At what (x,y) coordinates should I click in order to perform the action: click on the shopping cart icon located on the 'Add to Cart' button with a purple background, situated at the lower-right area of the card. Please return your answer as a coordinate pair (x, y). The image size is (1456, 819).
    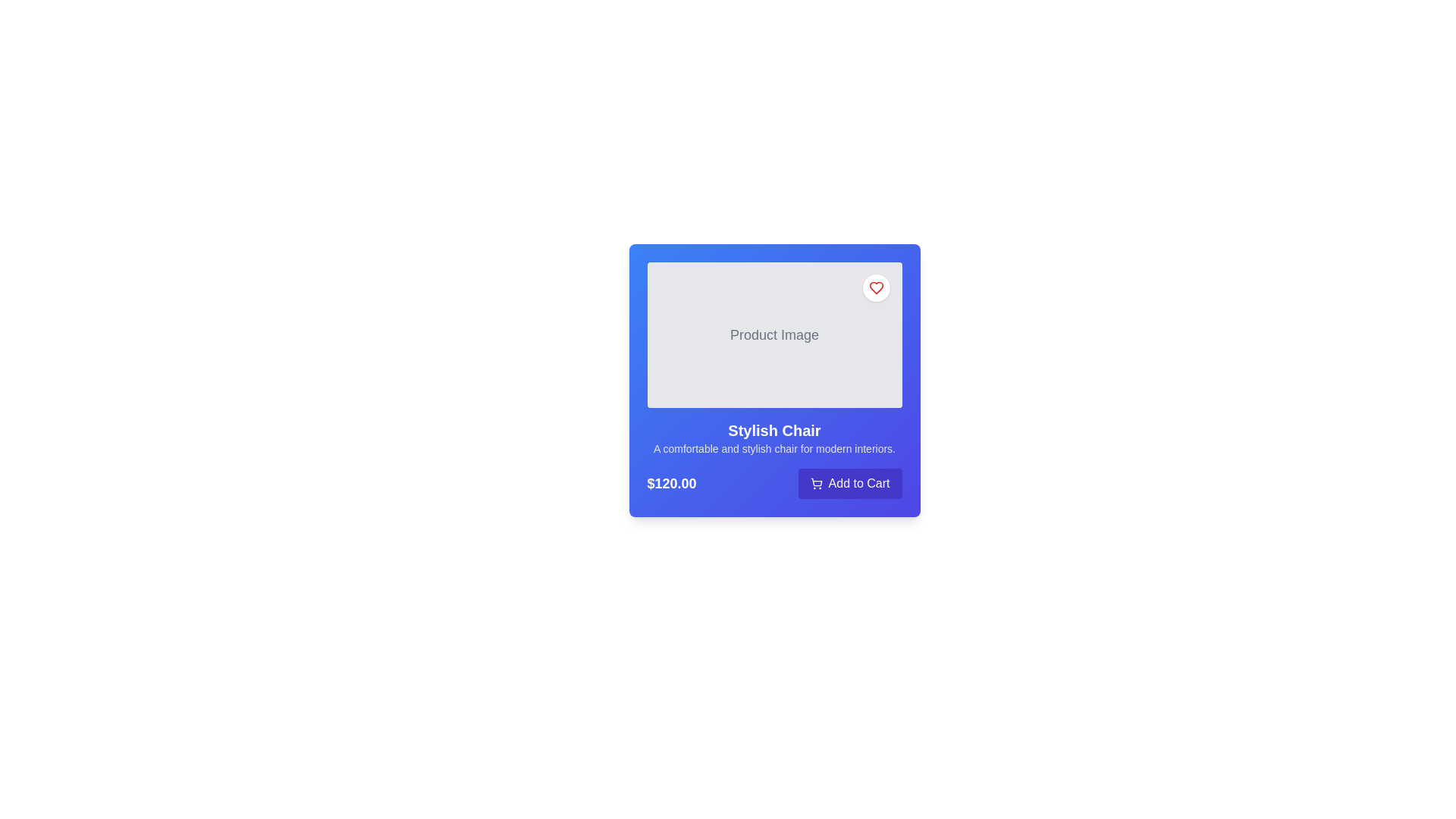
    Looking at the image, I should click on (815, 483).